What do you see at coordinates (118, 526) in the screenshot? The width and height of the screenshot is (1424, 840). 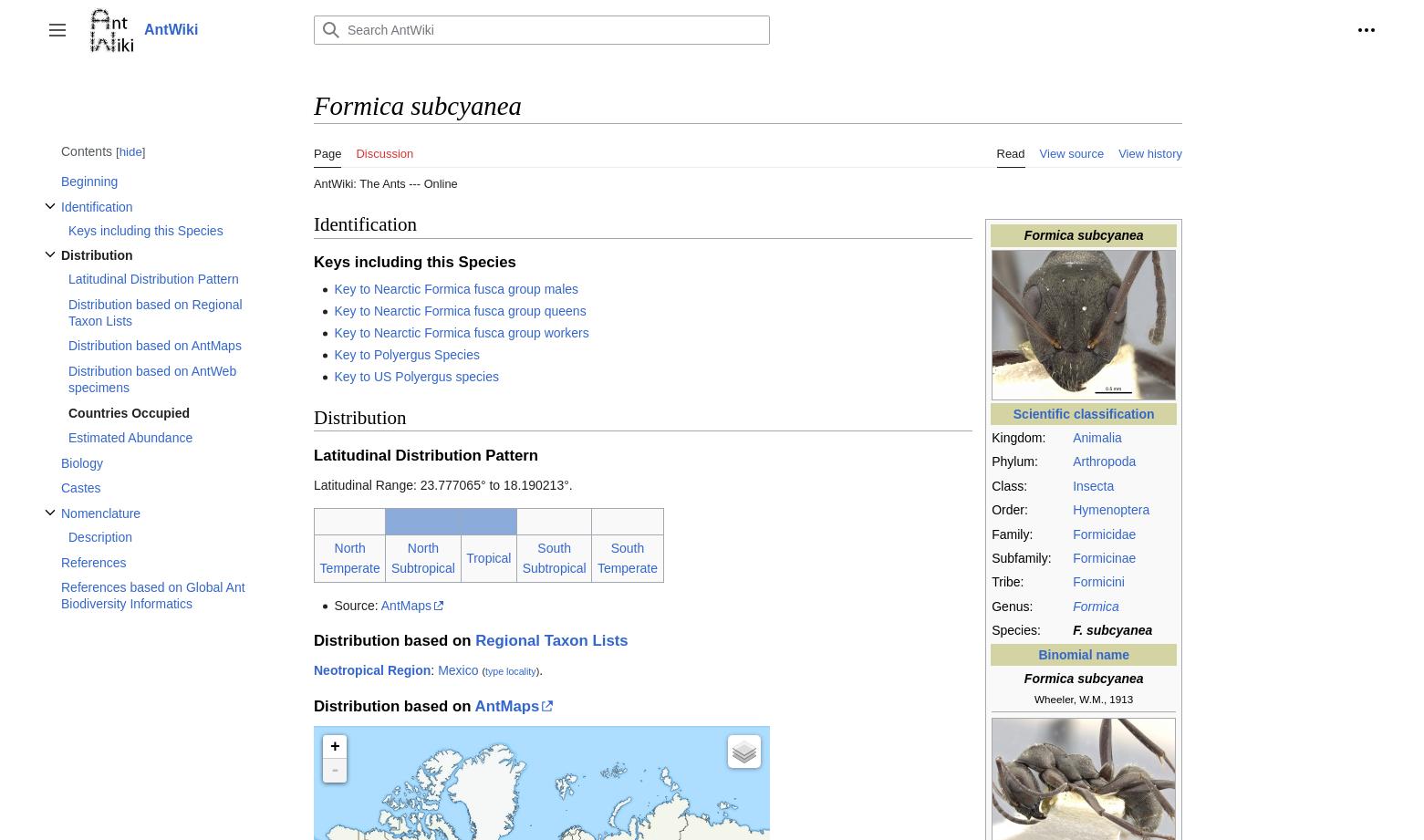 I see `'Toggle Nomenclature subsection'` at bounding box center [118, 526].